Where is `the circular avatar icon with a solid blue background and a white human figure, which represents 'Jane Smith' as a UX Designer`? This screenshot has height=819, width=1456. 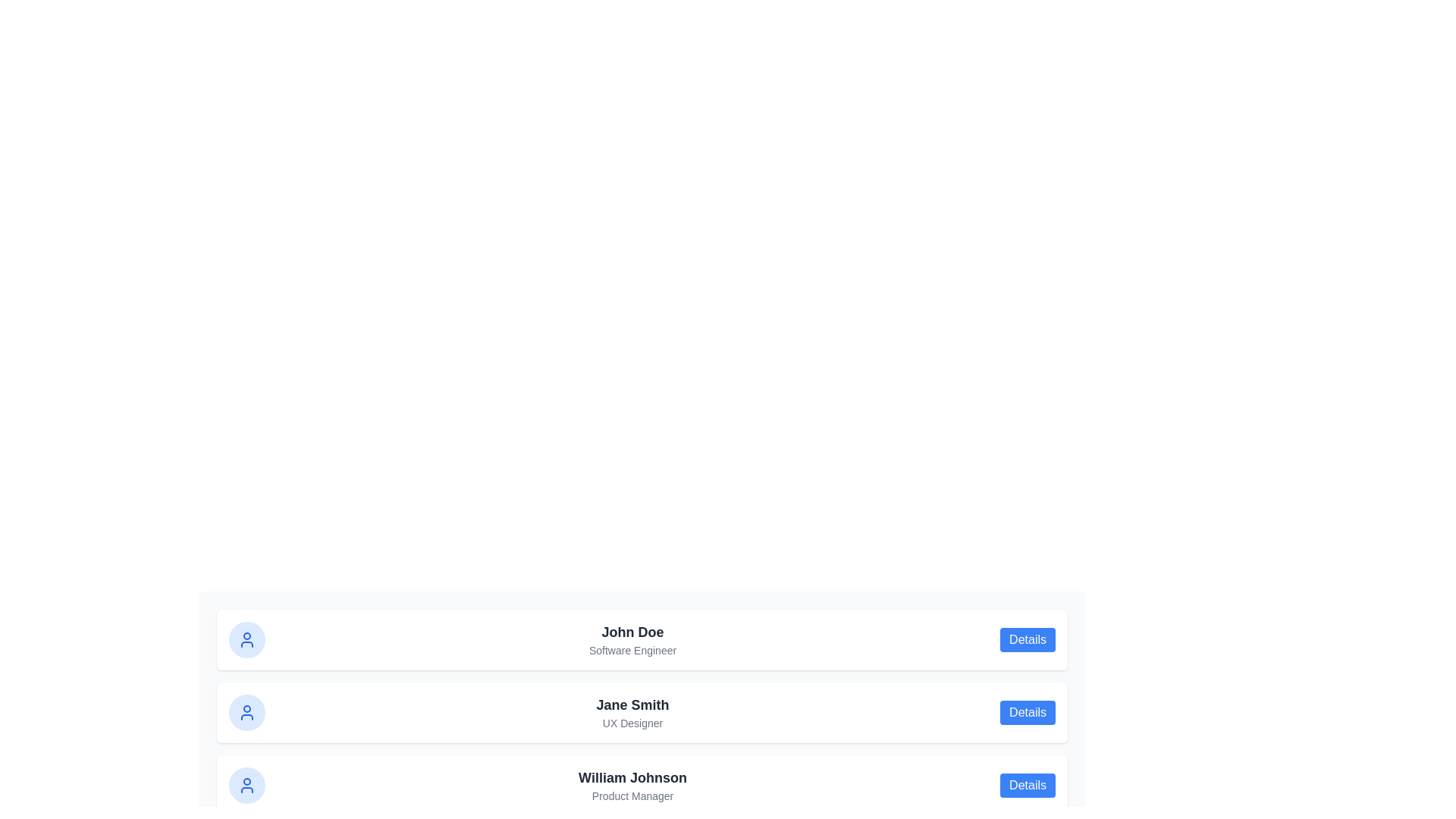
the circular avatar icon with a solid blue background and a white human figure, which represents 'Jane Smith' as a UX Designer is located at coordinates (247, 713).